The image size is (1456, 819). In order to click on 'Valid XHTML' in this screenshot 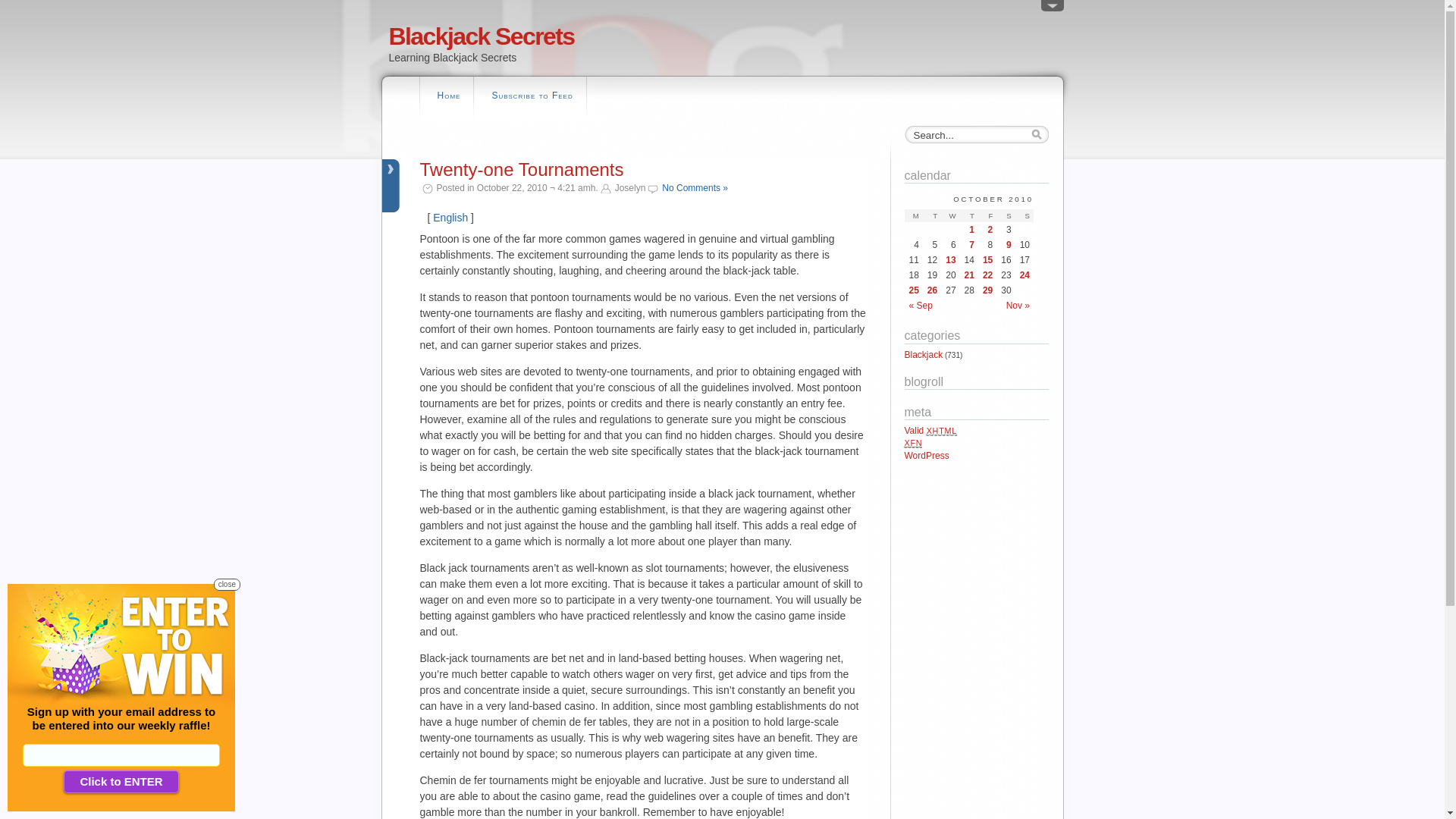, I will do `click(930, 430)`.